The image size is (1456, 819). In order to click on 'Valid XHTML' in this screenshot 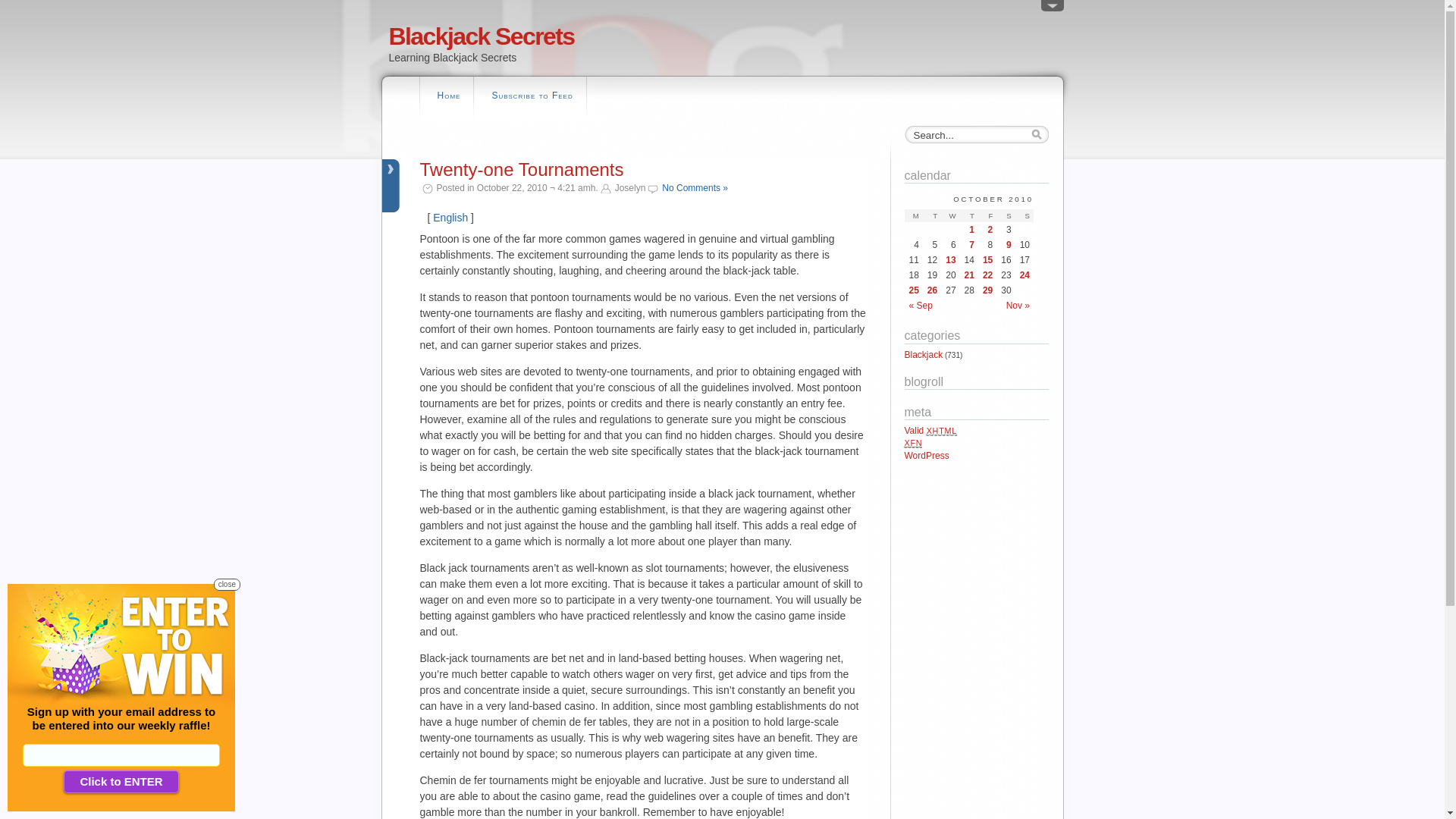, I will do `click(930, 430)`.